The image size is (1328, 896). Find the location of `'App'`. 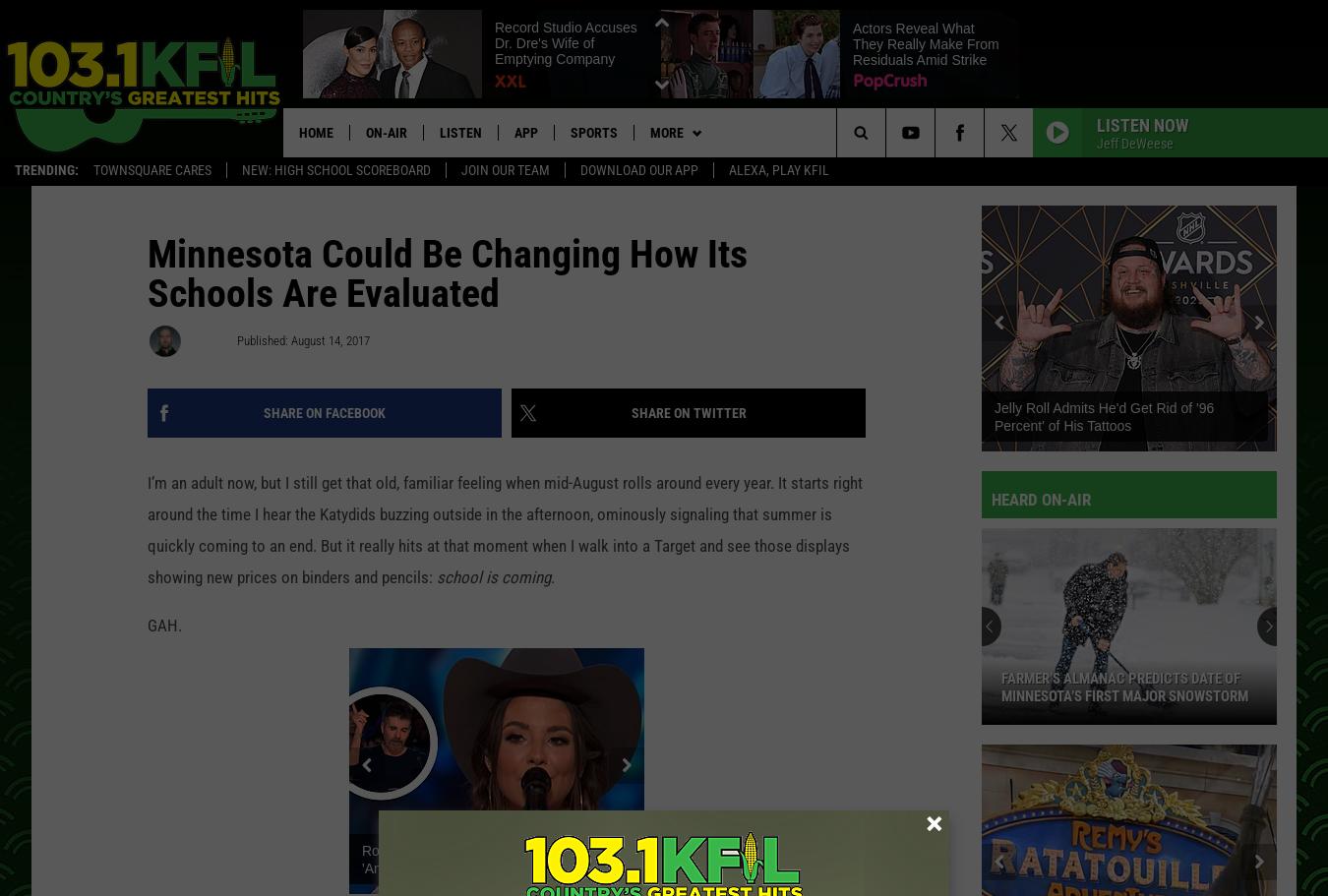

'App' is located at coordinates (525, 132).